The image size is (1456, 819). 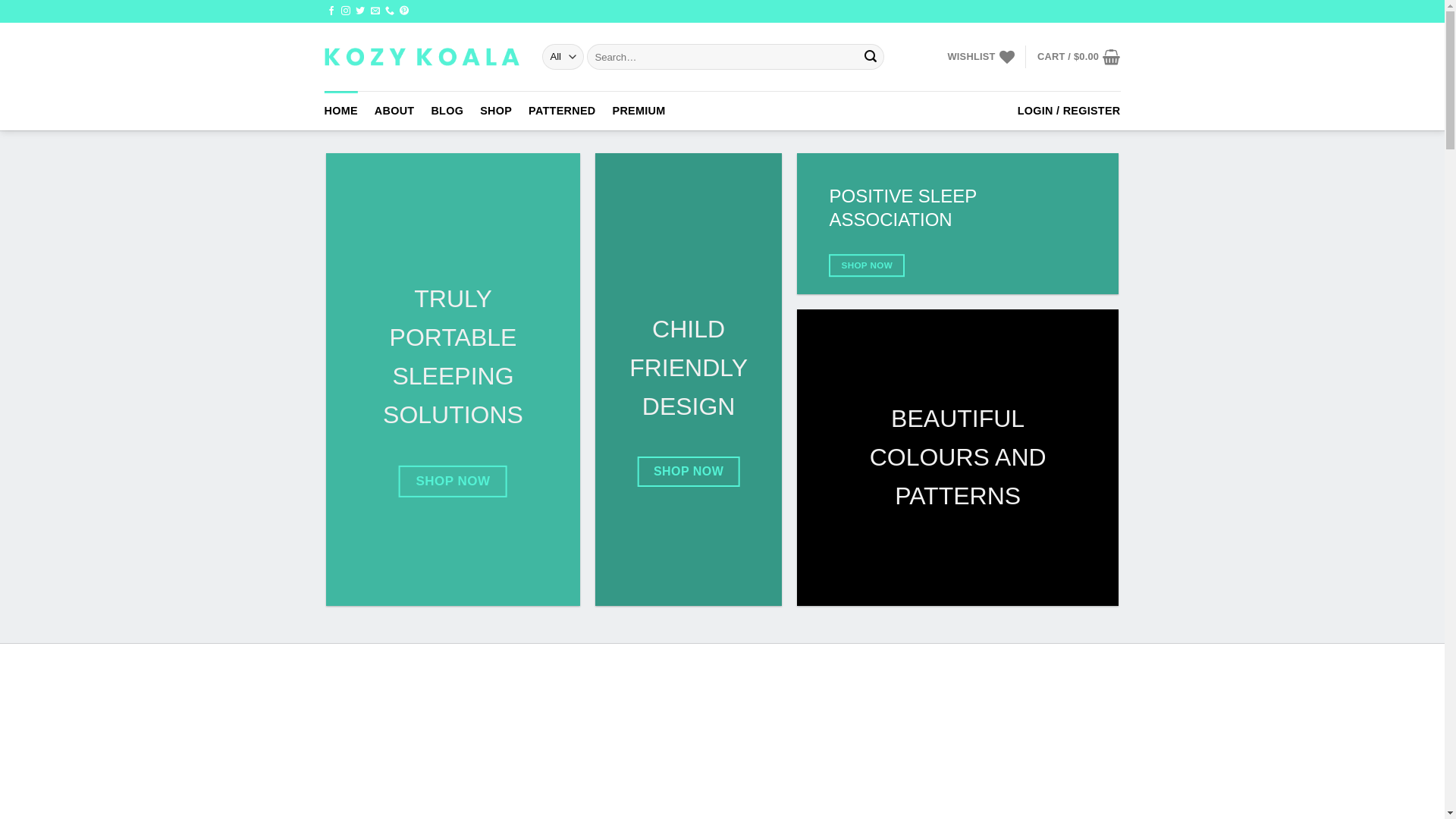 What do you see at coordinates (560, 110) in the screenshot?
I see `'PATTERNED'` at bounding box center [560, 110].